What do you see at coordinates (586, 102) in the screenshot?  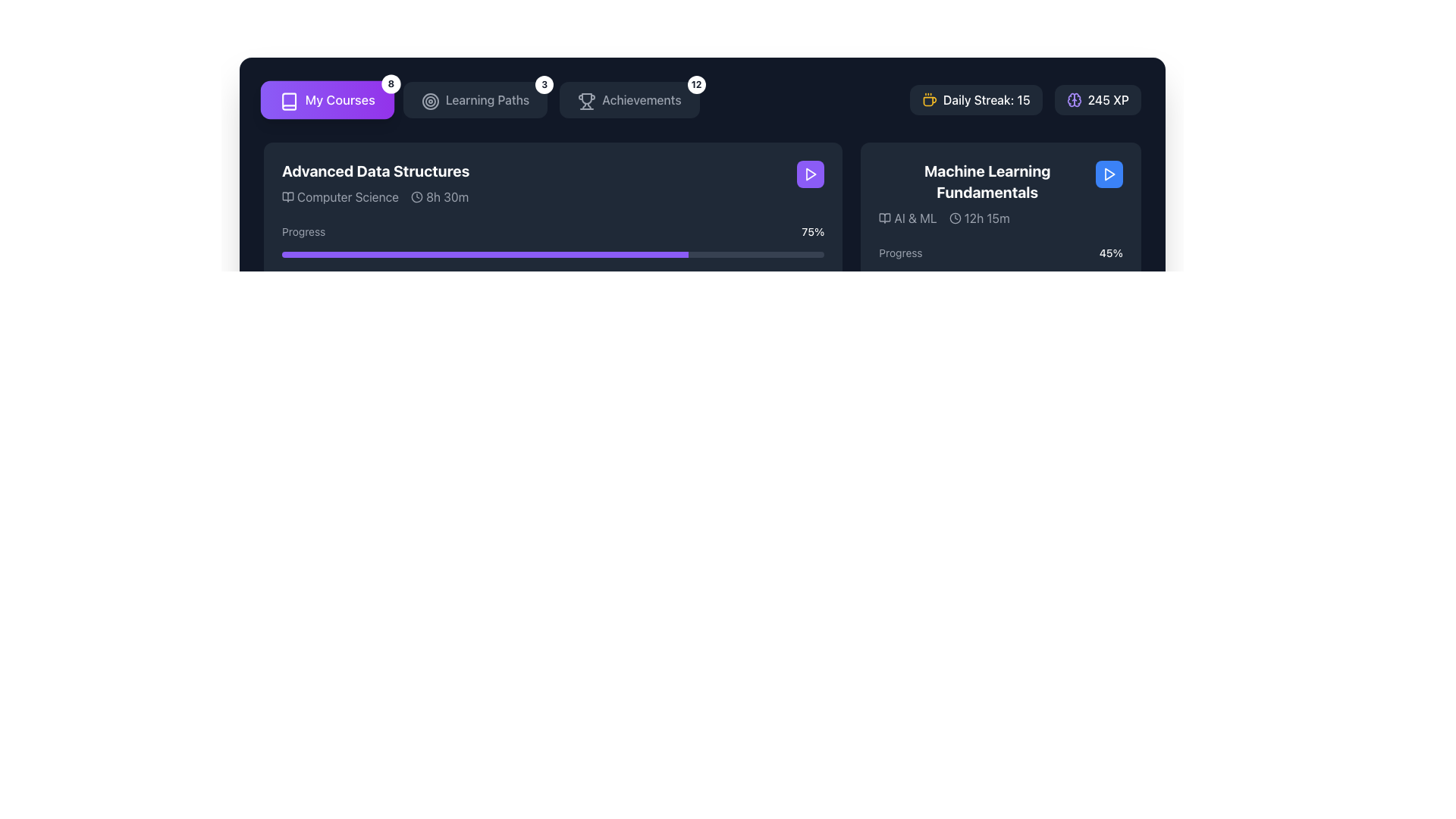 I see `the trophy icon located within the 'Achievements' button at the top navigation bar, which is styled as a minimalist outlined vector graphic with handles and a flat base` at bounding box center [586, 102].